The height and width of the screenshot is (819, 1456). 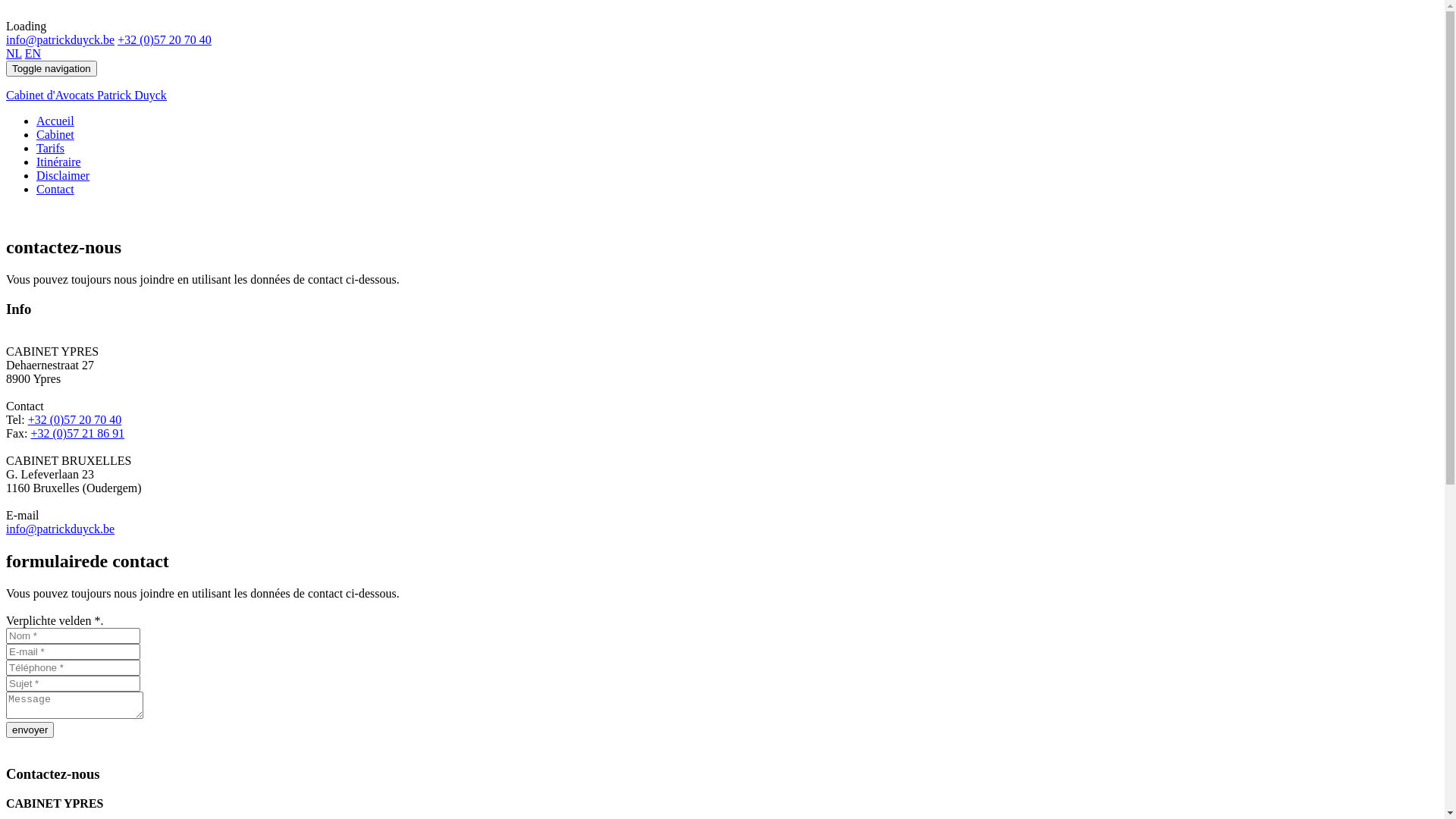 What do you see at coordinates (76, 433) in the screenshot?
I see `'+32 (0)57 21 86 91'` at bounding box center [76, 433].